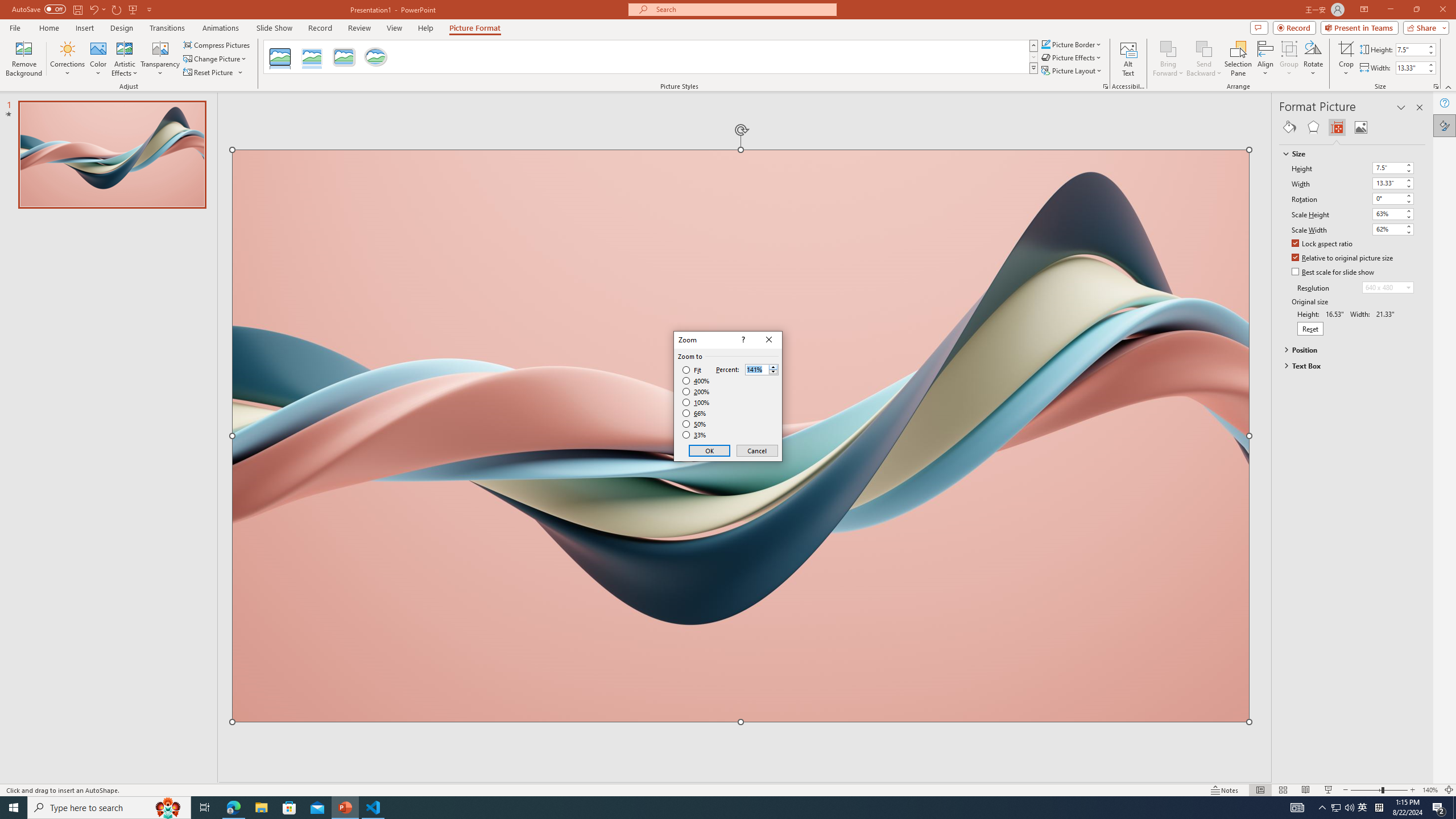 The image size is (1456, 819). What do you see at coordinates (1168, 48) in the screenshot?
I see `'Bring Forward'` at bounding box center [1168, 48].